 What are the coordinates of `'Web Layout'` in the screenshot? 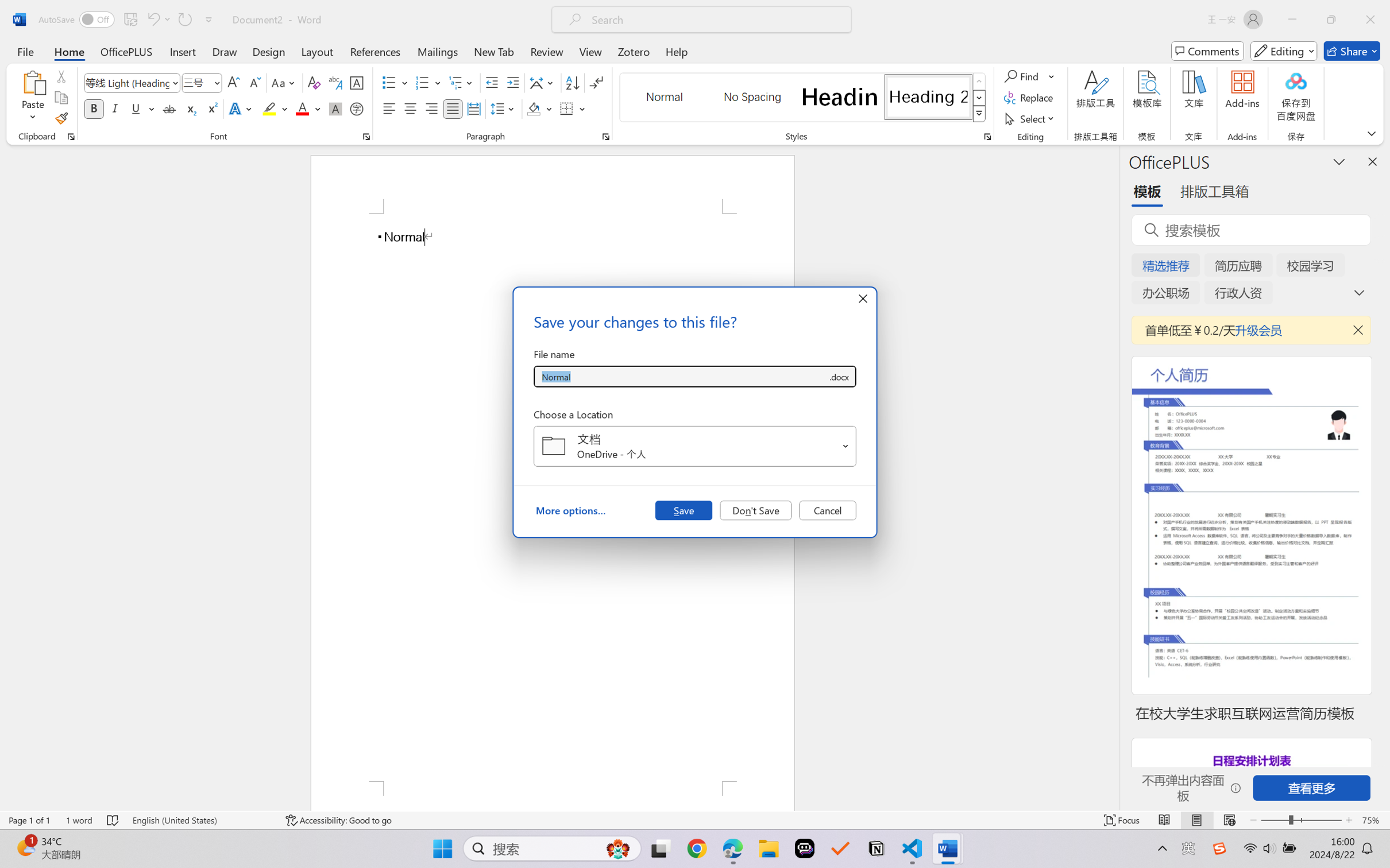 It's located at (1229, 820).